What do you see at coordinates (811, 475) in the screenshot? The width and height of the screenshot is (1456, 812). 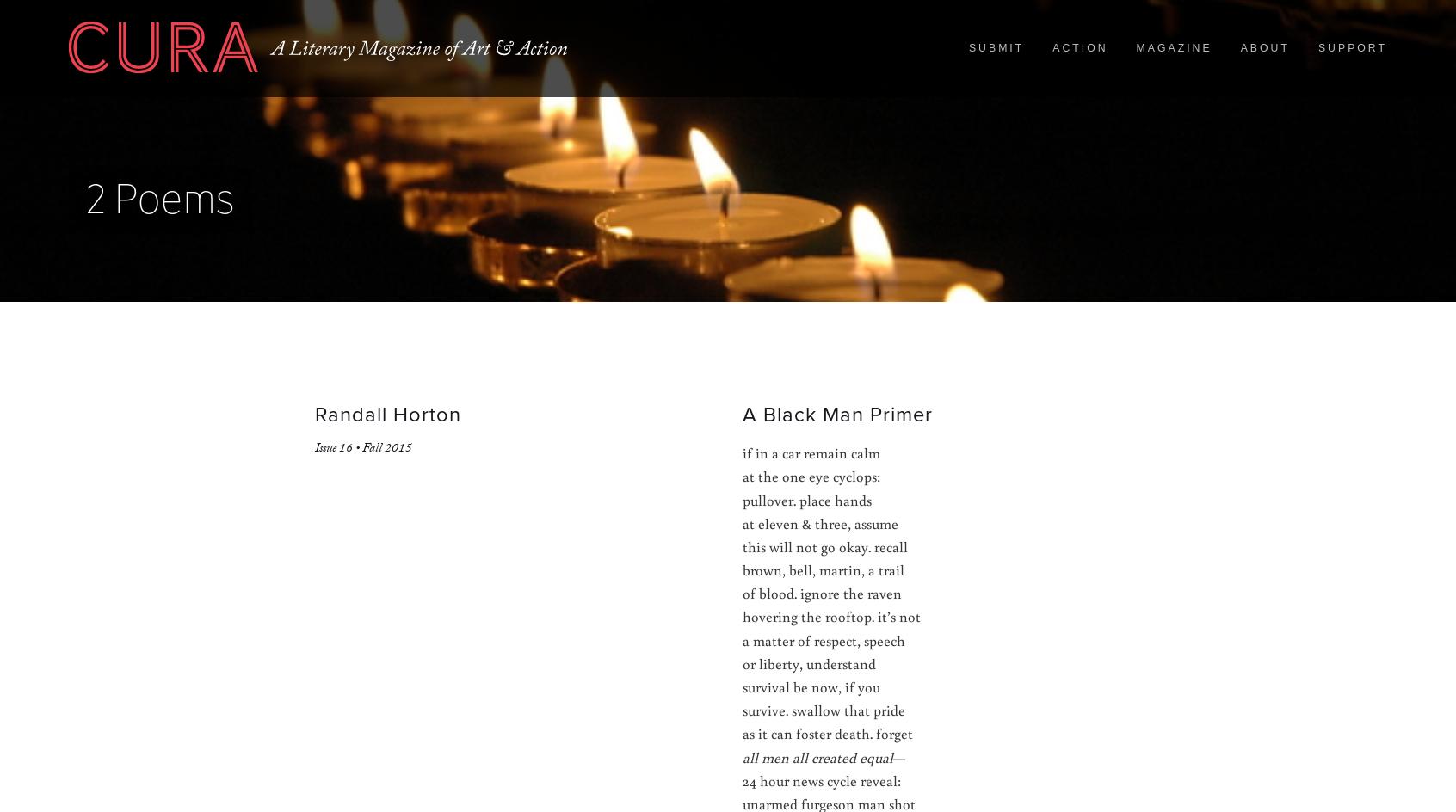 I see `'at the one eye cyclops:'` at bounding box center [811, 475].